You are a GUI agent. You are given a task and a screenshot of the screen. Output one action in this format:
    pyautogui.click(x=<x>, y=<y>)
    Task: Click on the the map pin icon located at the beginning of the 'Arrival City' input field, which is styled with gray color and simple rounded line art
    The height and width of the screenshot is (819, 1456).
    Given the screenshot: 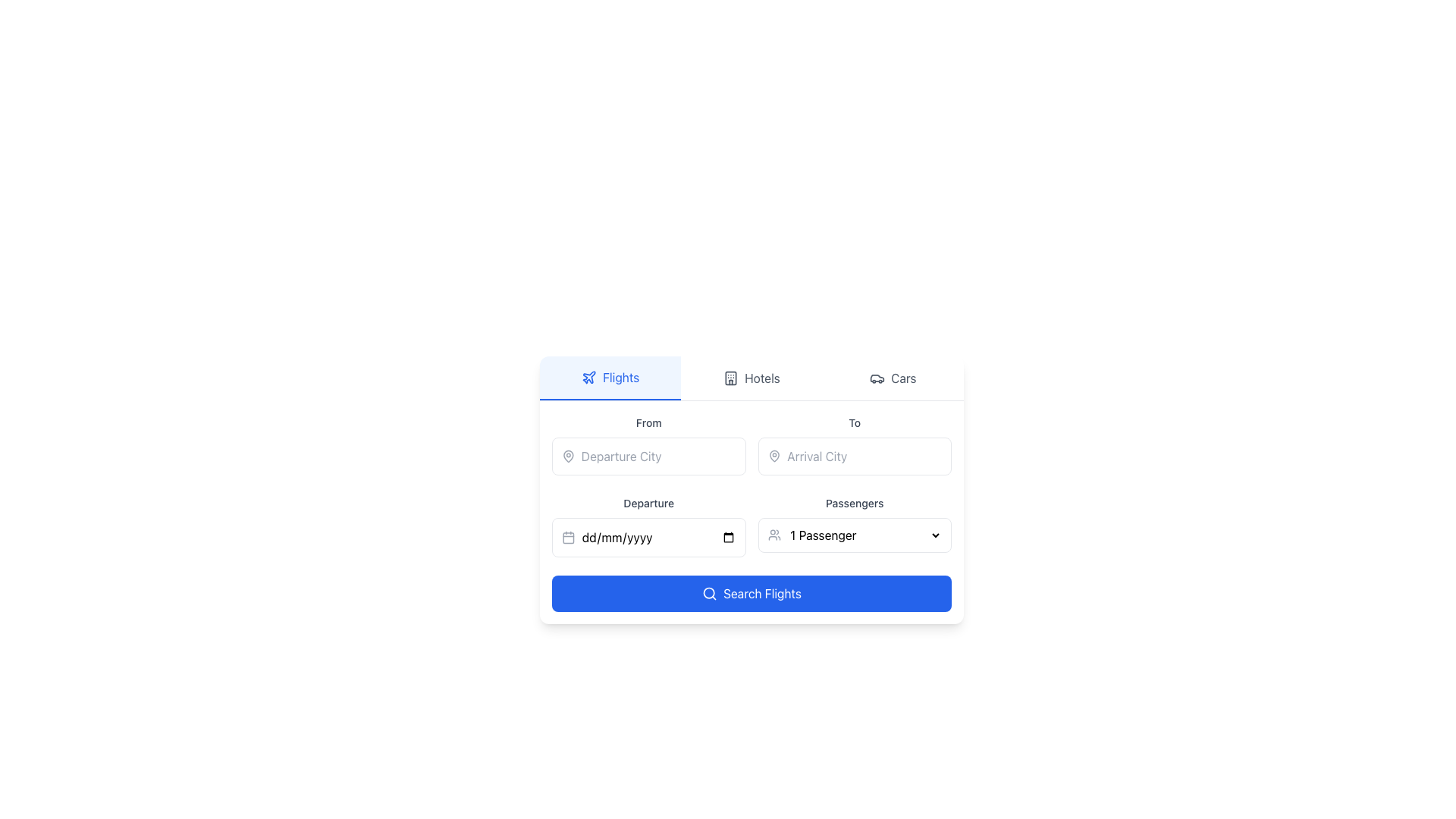 What is the action you would take?
    pyautogui.click(x=774, y=455)
    